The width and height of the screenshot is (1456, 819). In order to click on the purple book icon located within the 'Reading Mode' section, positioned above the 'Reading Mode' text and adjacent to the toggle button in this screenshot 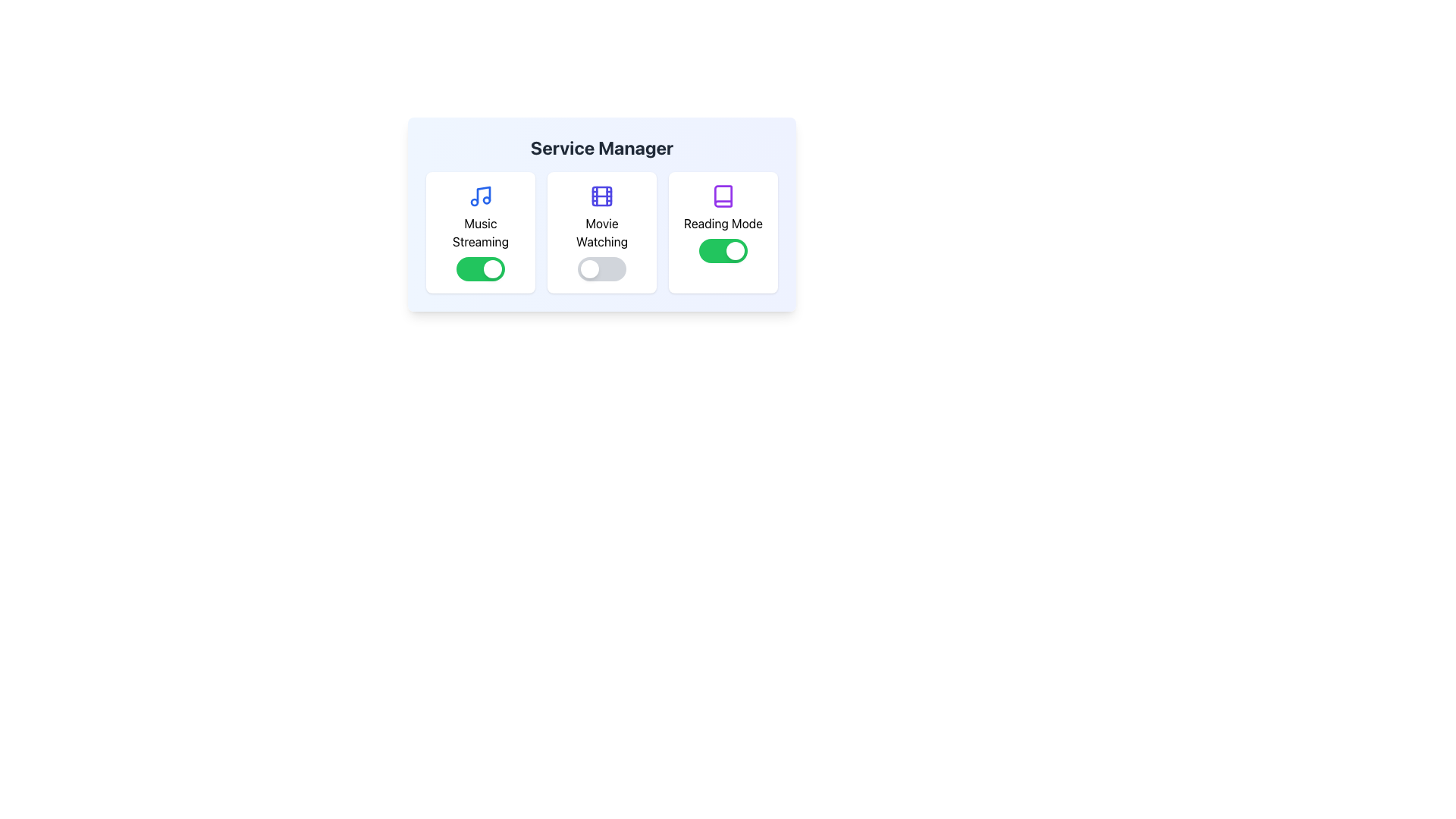, I will do `click(723, 195)`.